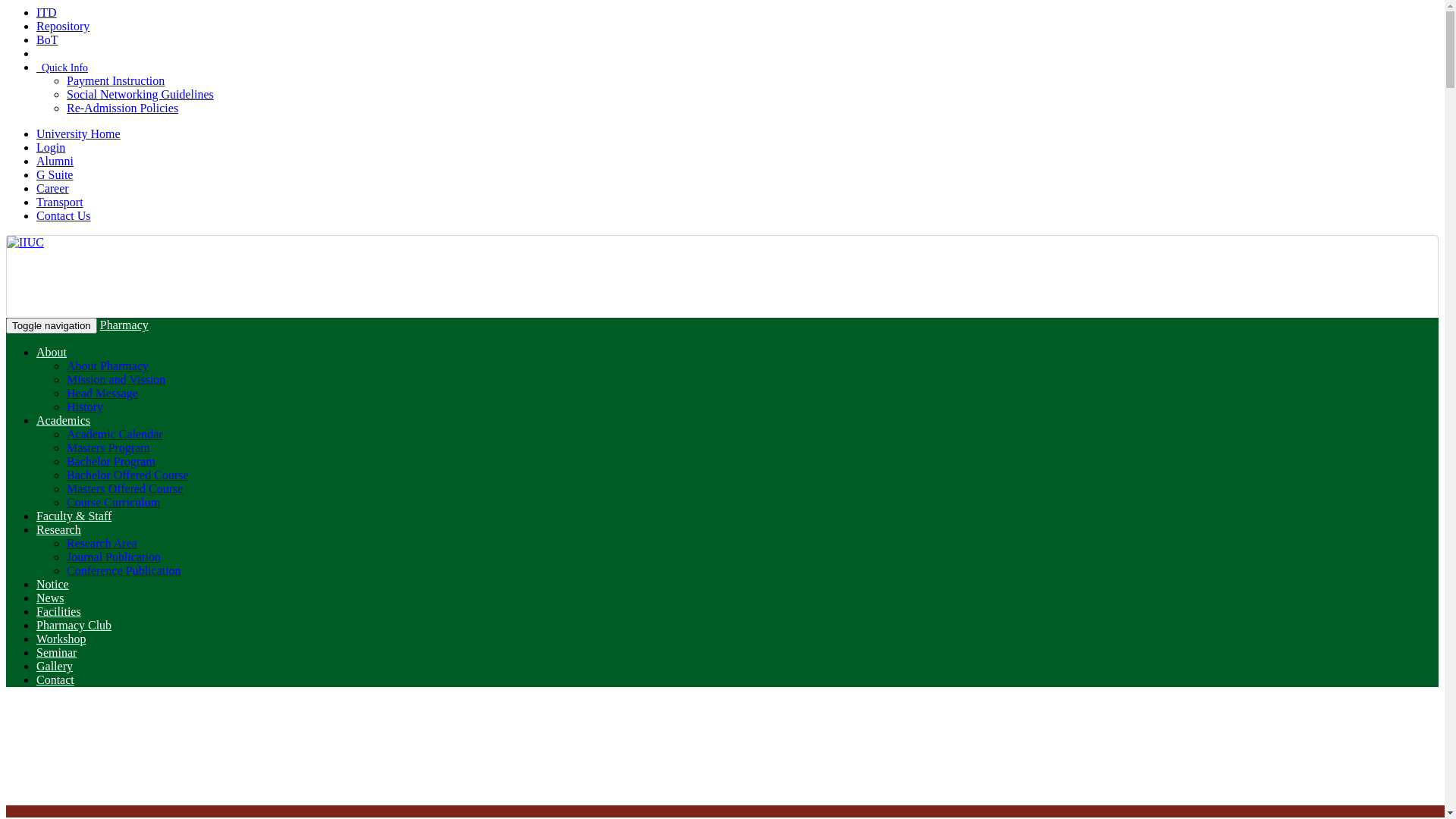  What do you see at coordinates (36, 52) in the screenshot?
I see `'Quick Contact'` at bounding box center [36, 52].